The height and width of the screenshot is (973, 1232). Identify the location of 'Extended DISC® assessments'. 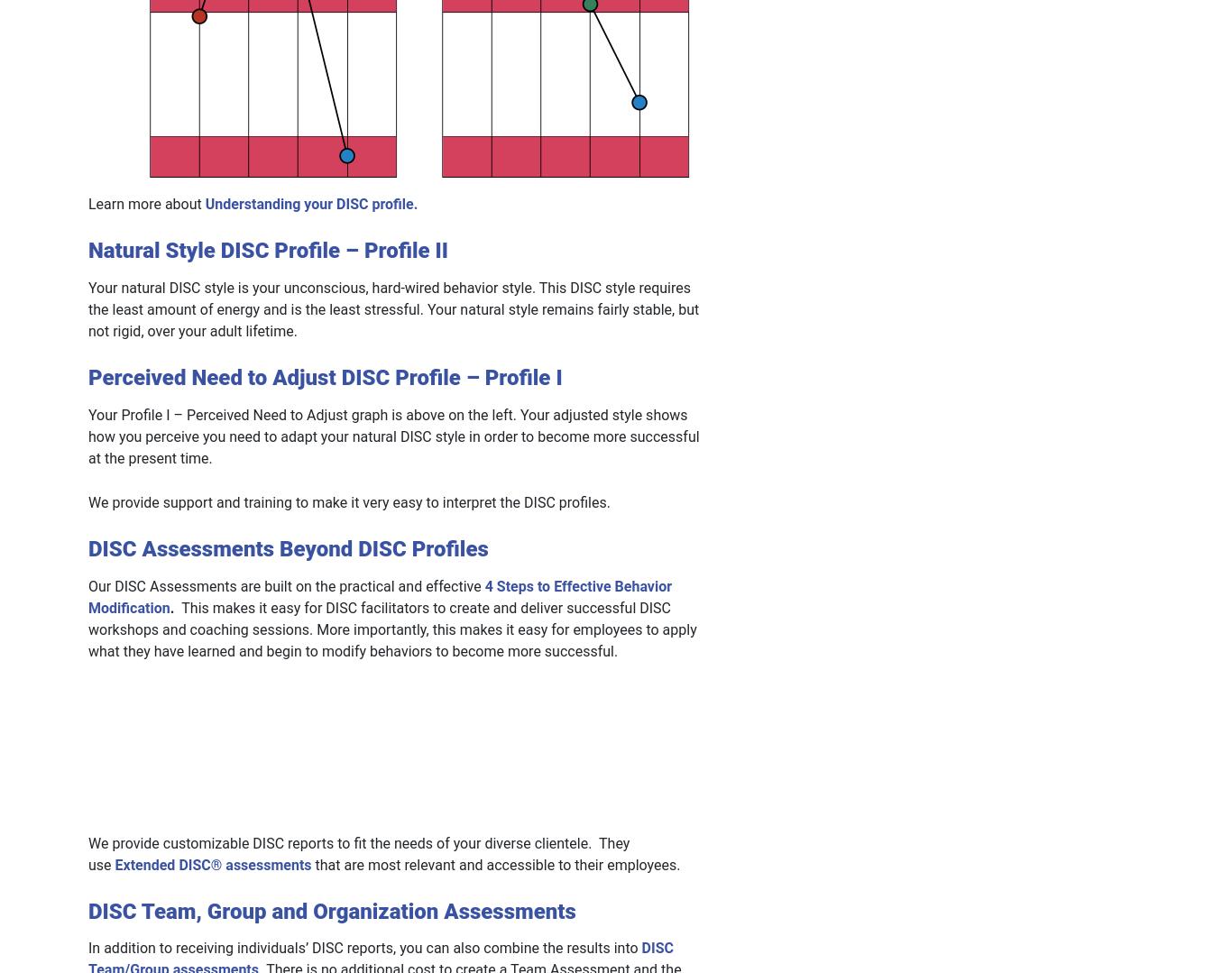
(213, 863).